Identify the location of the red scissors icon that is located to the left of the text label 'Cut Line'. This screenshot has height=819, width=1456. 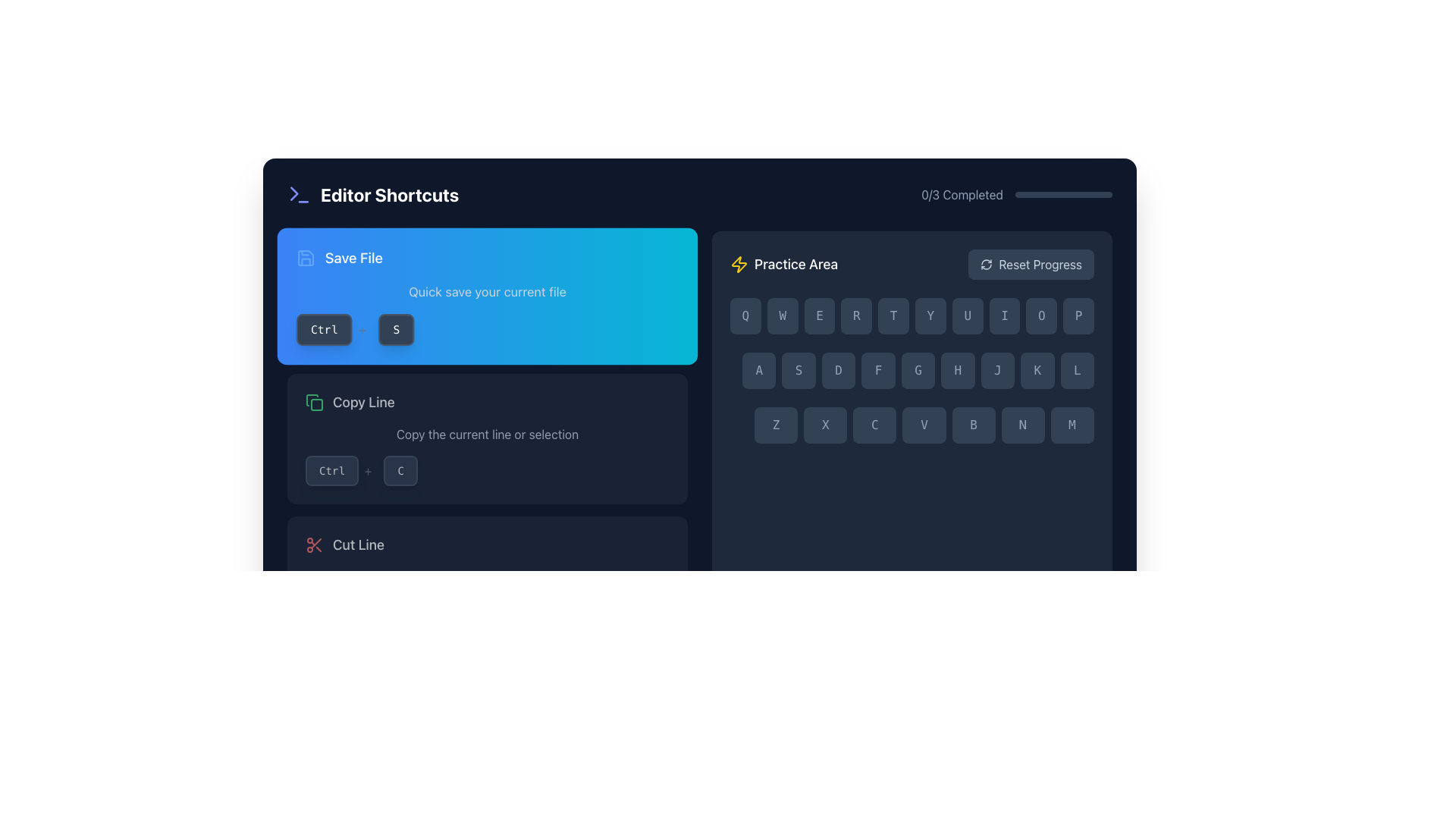
(313, 544).